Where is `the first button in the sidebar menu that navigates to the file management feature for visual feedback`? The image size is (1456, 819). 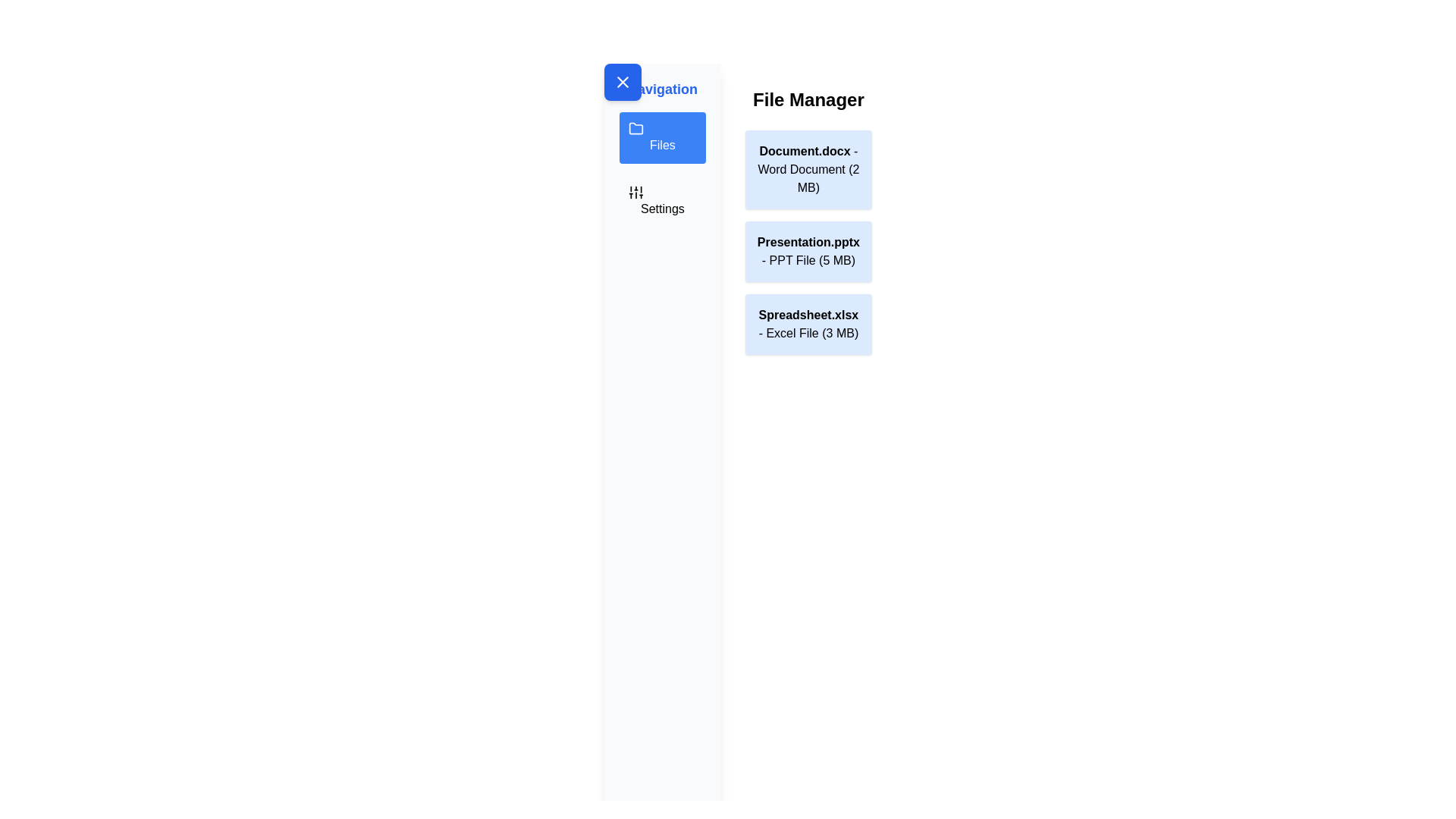
the first button in the sidebar menu that navigates to the file management feature for visual feedback is located at coordinates (662, 137).